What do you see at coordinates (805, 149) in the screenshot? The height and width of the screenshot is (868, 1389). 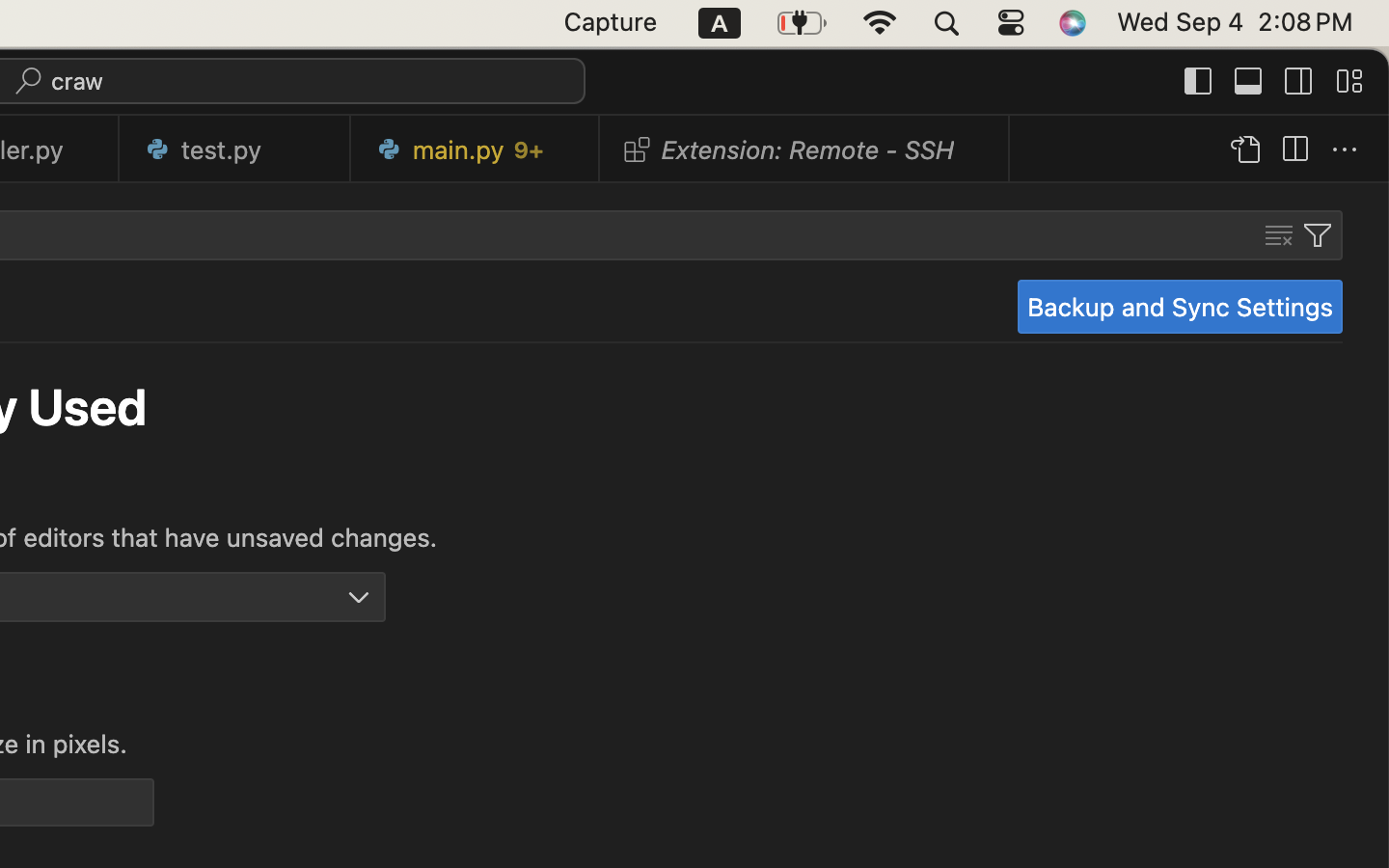 I see `'0 Extension: Remote - SSH  '` at bounding box center [805, 149].